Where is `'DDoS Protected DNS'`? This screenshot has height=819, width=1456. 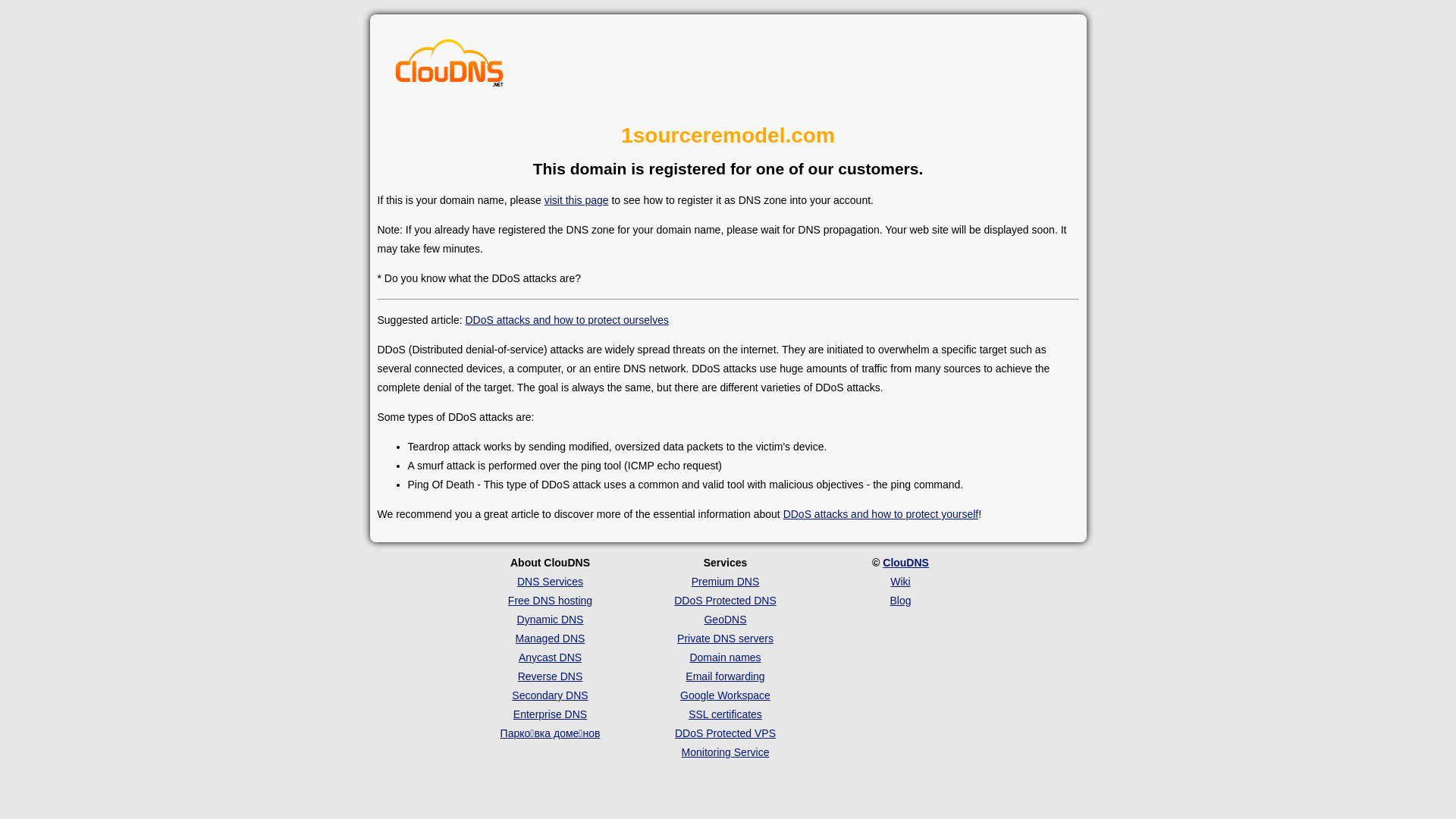 'DDoS Protected DNS' is located at coordinates (724, 599).